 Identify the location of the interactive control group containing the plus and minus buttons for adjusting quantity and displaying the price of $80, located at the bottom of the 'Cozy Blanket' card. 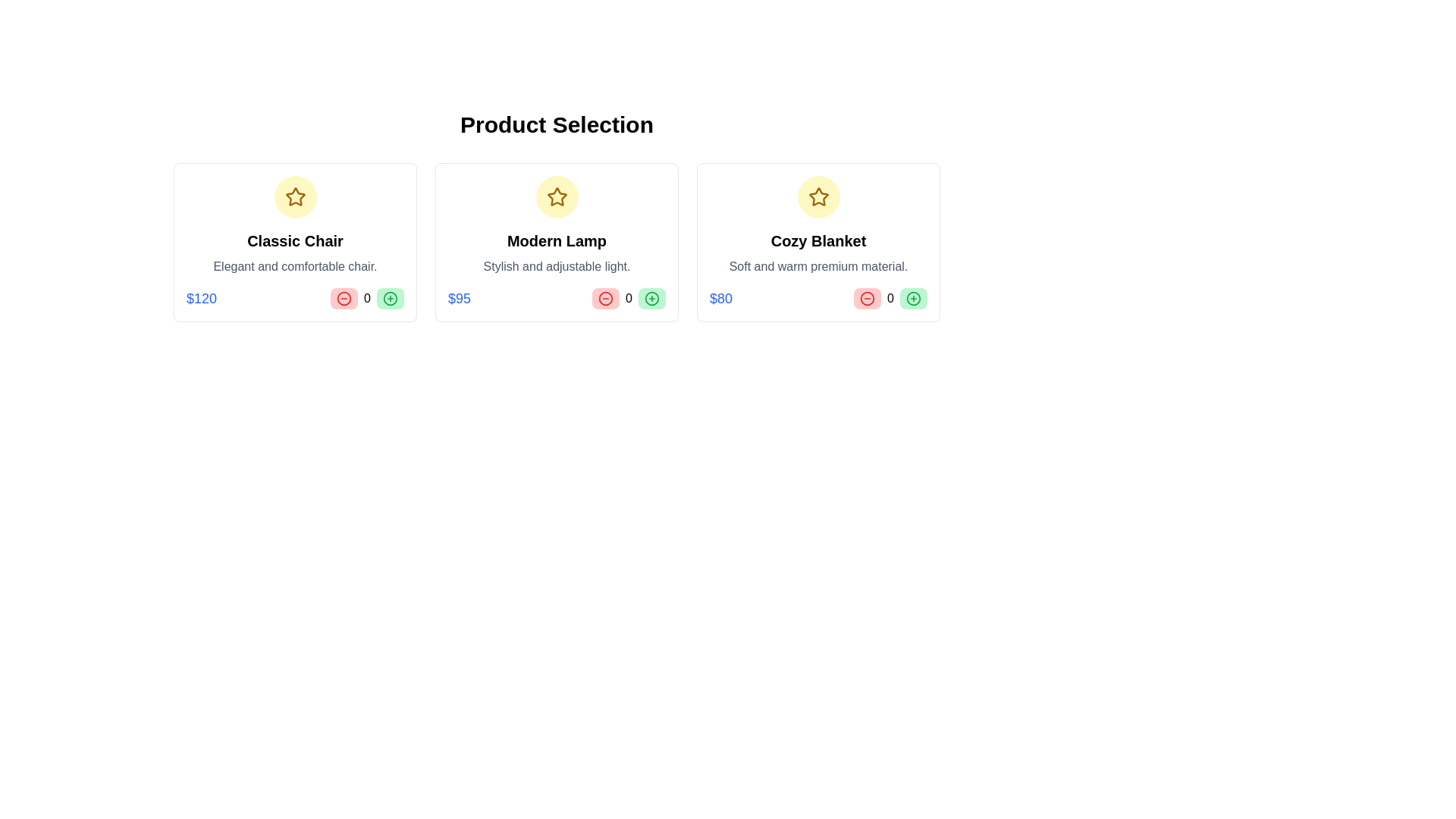
(817, 298).